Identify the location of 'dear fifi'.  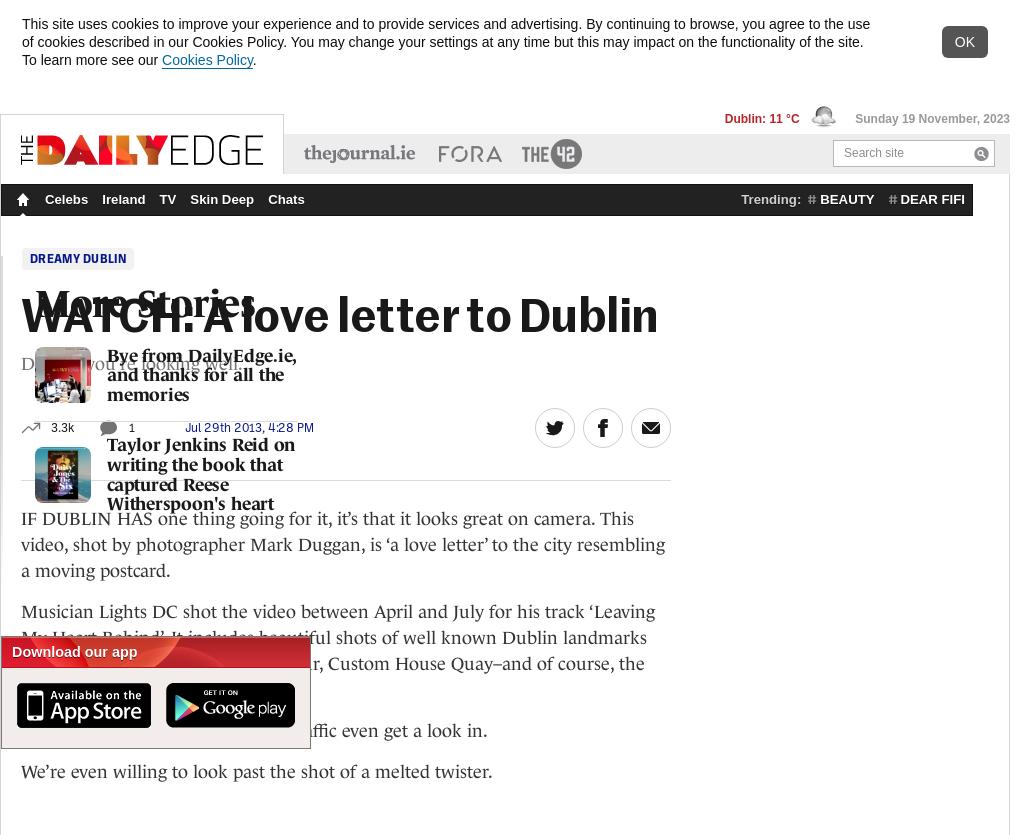
(931, 199).